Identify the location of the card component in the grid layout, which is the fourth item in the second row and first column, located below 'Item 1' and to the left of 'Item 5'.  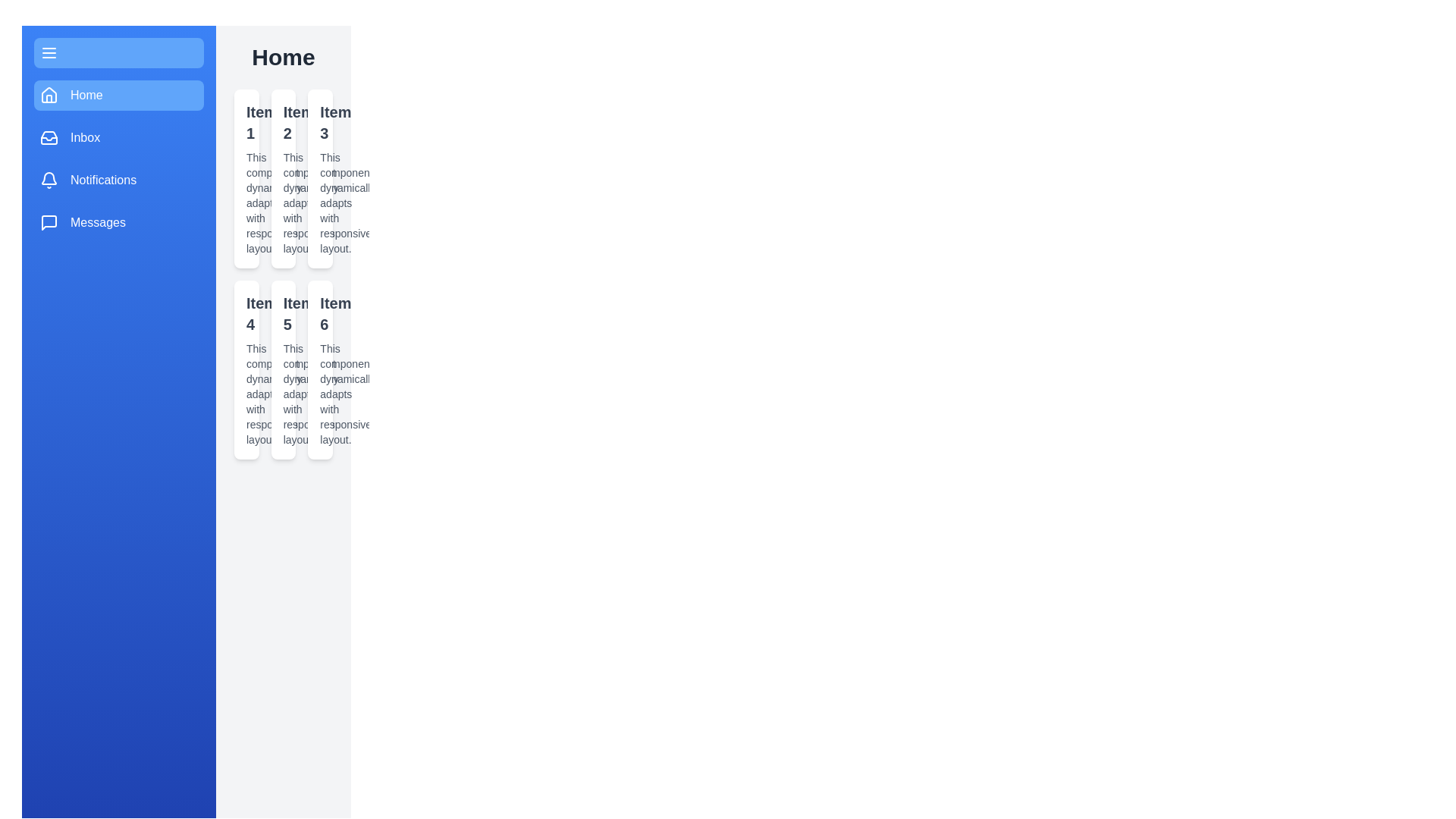
(246, 370).